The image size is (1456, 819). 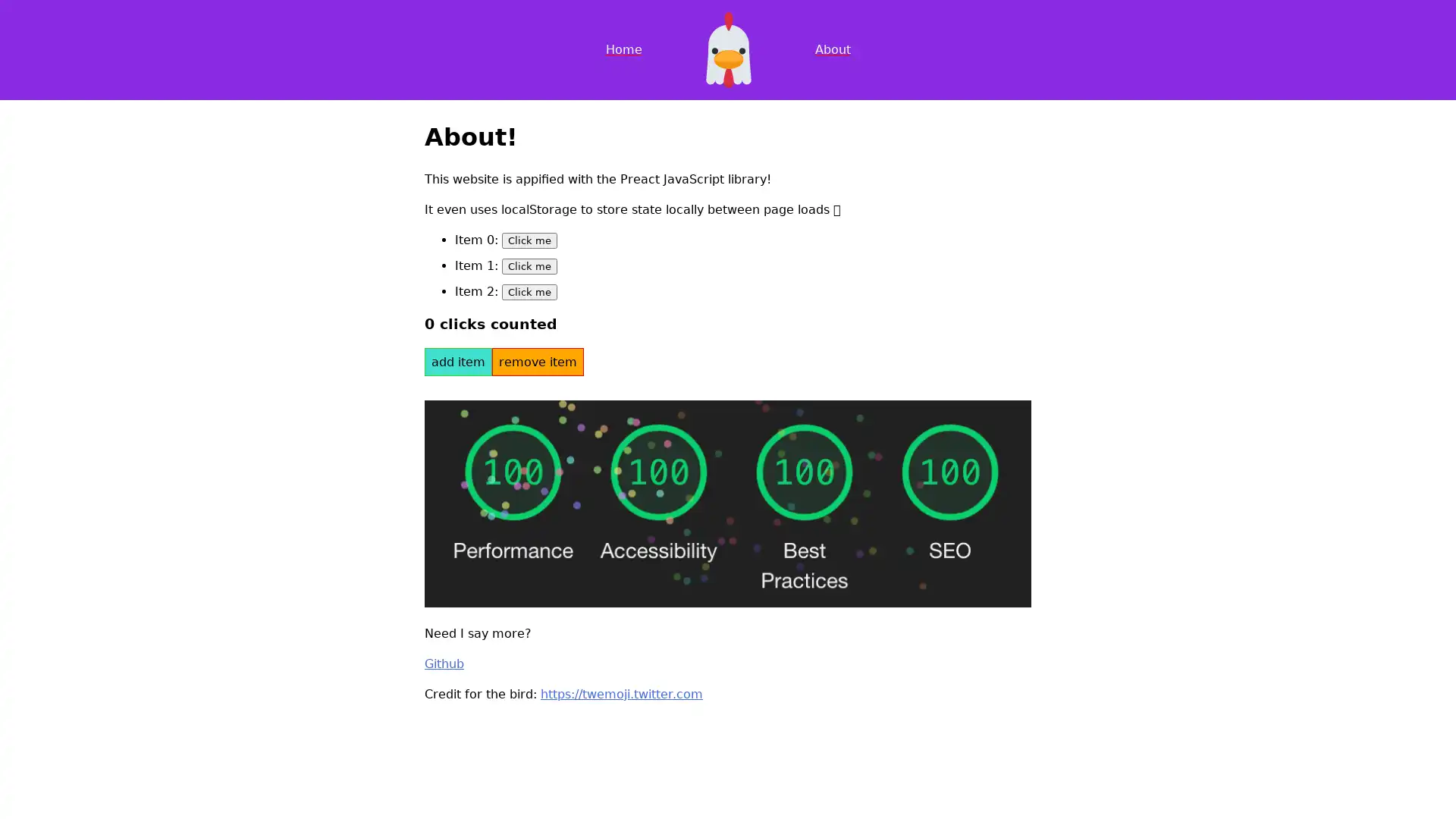 What do you see at coordinates (529, 292) in the screenshot?
I see `Click me` at bounding box center [529, 292].